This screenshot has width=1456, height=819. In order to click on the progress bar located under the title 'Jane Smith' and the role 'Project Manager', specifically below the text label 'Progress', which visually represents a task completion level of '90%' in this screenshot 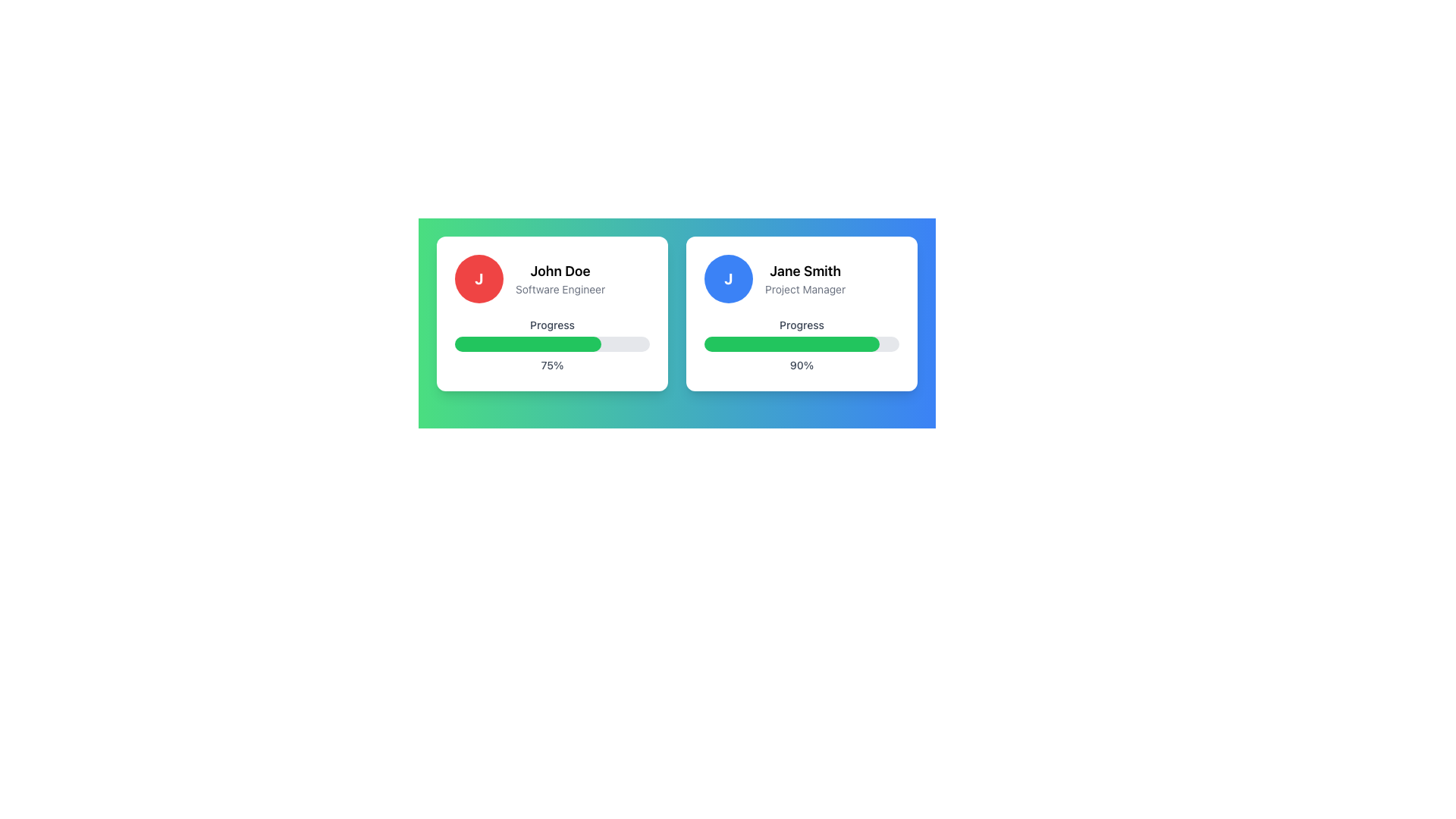, I will do `click(801, 344)`.